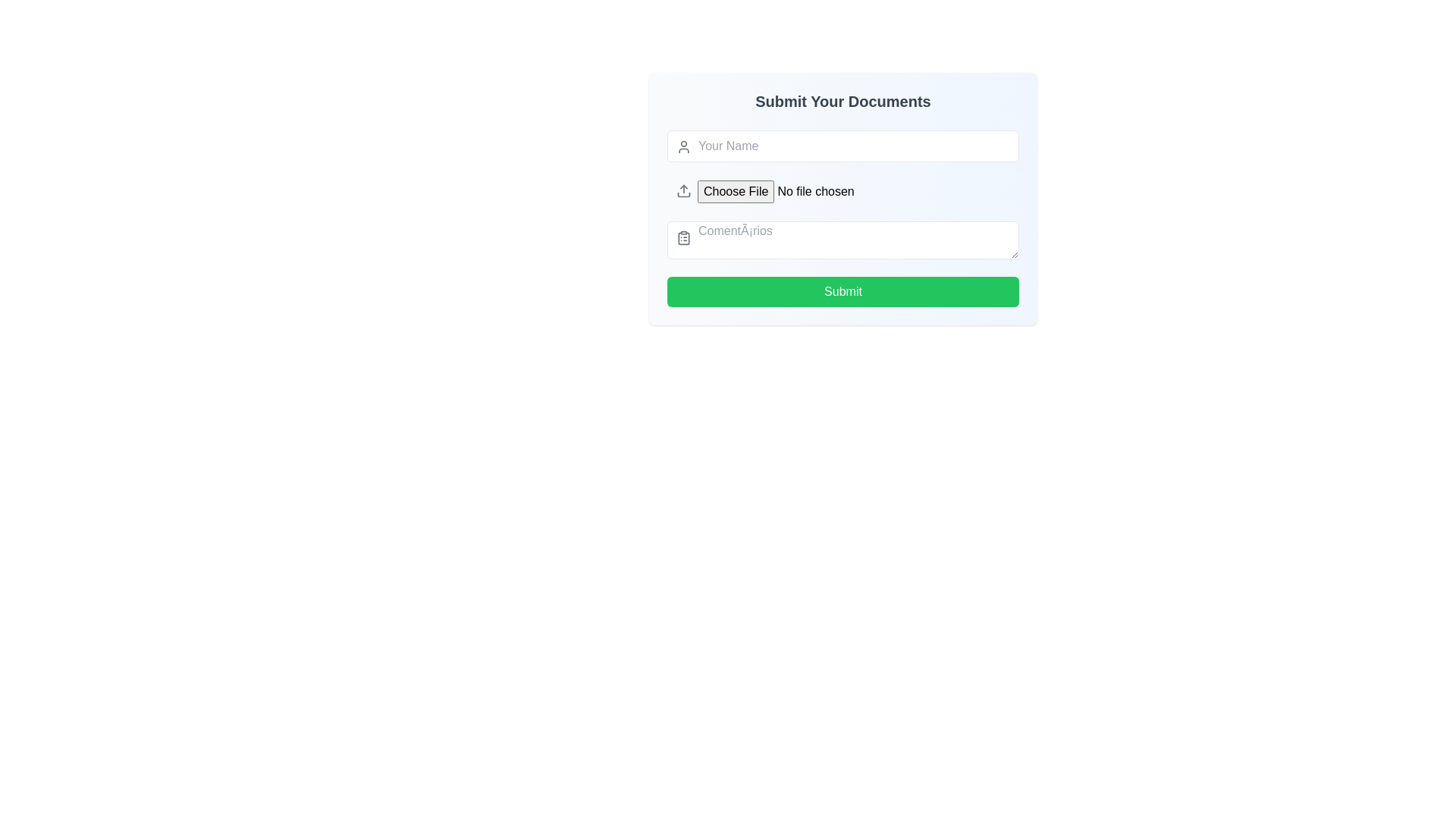 The width and height of the screenshot is (1456, 819). Describe the element at coordinates (683, 146) in the screenshot. I see `the user silhouette icon, which is gray and located to the left of the input field labeled 'Your Name'` at that location.